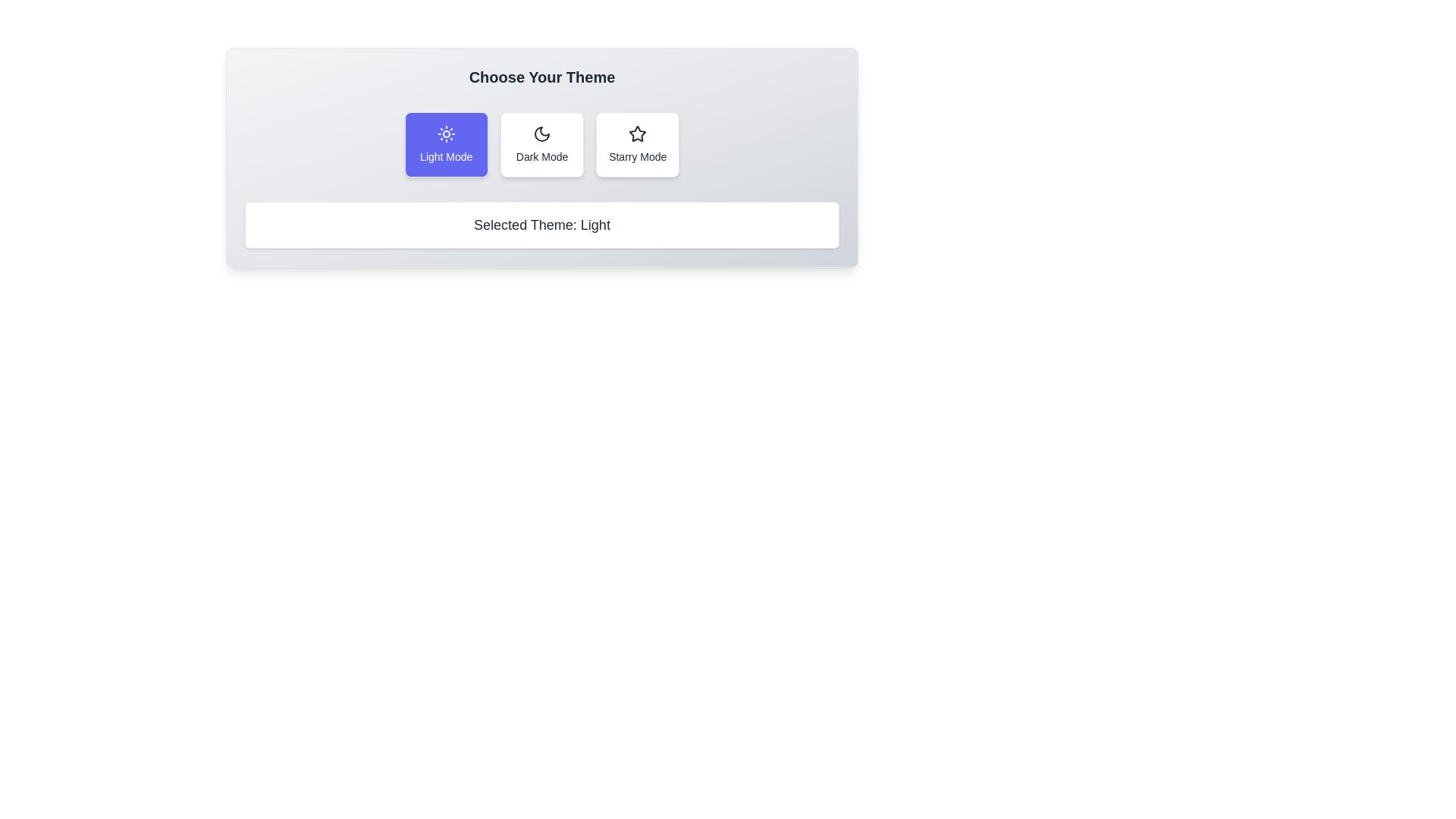 The height and width of the screenshot is (819, 1456). What do you see at coordinates (542, 145) in the screenshot?
I see `the button labeled Dark Mode to observe its hover effect` at bounding box center [542, 145].